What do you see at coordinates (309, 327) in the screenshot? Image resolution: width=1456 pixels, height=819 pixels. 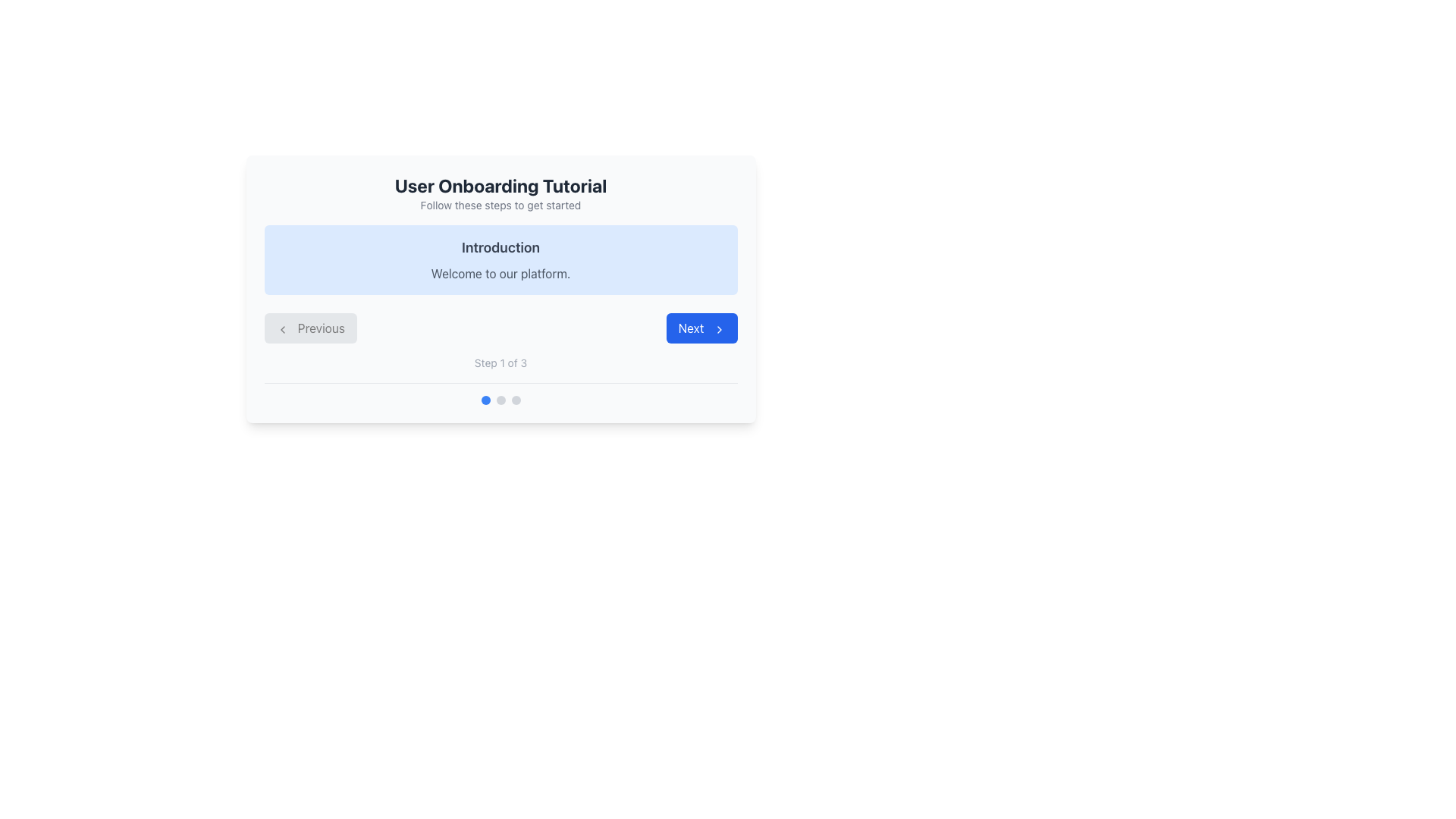 I see `the navigation button located in the bottom-left corner of the user interface, just below the 'Introduction' box` at bounding box center [309, 327].